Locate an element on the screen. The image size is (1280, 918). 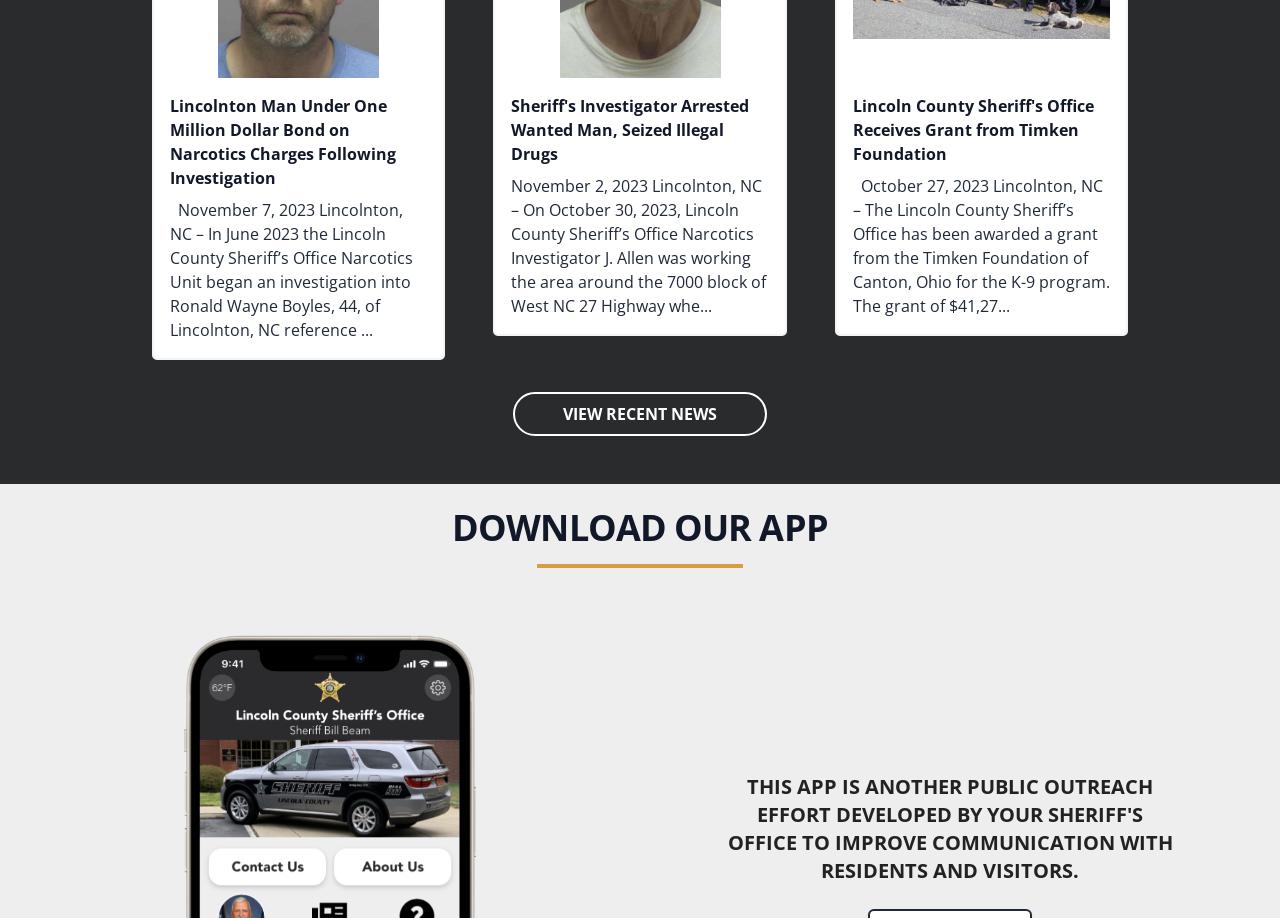
'DOWNLOAD OUR APP' is located at coordinates (638, 526).